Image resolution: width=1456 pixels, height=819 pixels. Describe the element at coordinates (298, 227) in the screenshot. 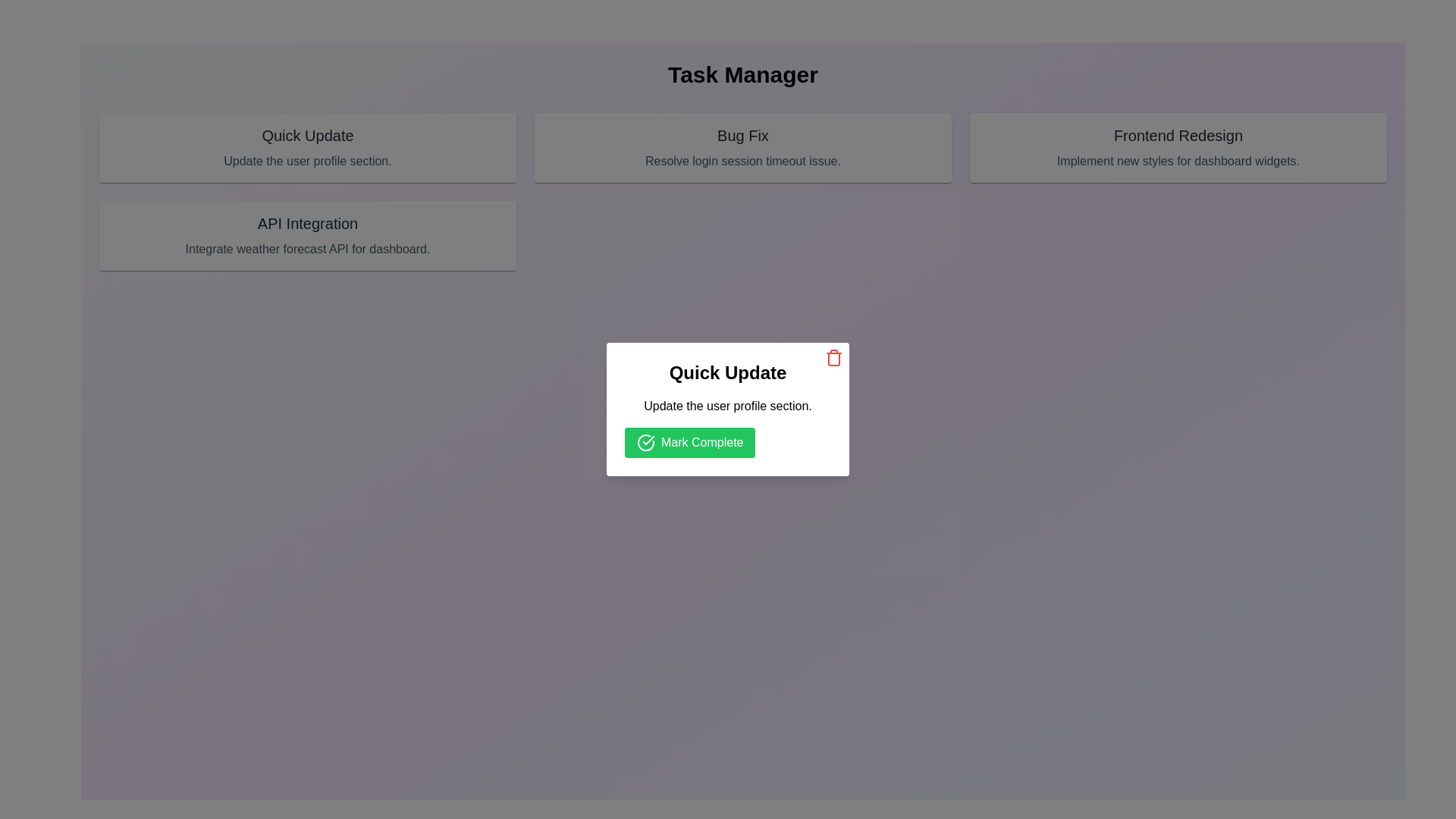

I see `the 'API Integration' card, which is a rectangular card with a solid light-gray background and features a bold header and descriptive text, located in the bottom-left position of the grid layout` at that location.